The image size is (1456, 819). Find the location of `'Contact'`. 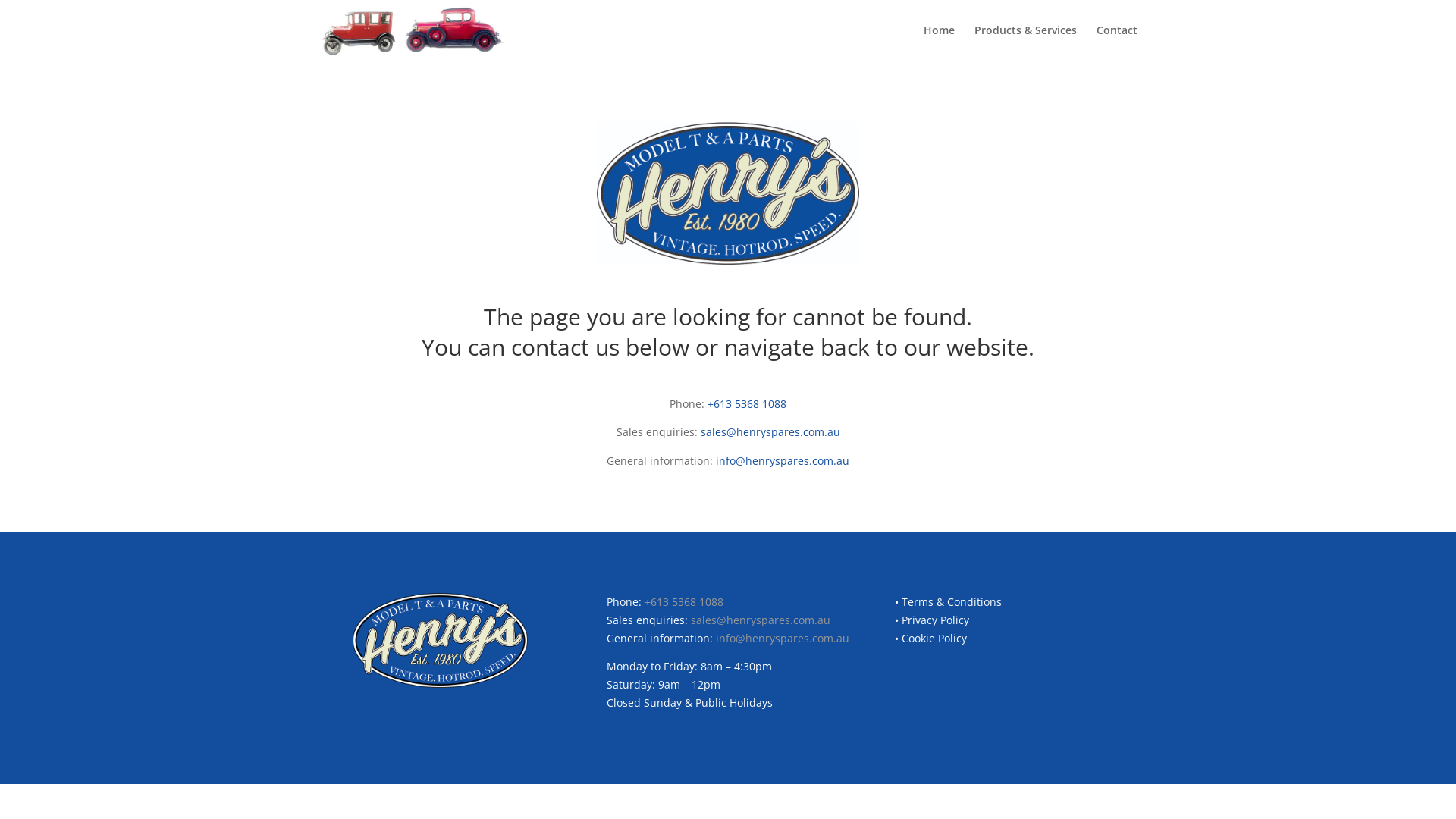

'Contact' is located at coordinates (1117, 42).